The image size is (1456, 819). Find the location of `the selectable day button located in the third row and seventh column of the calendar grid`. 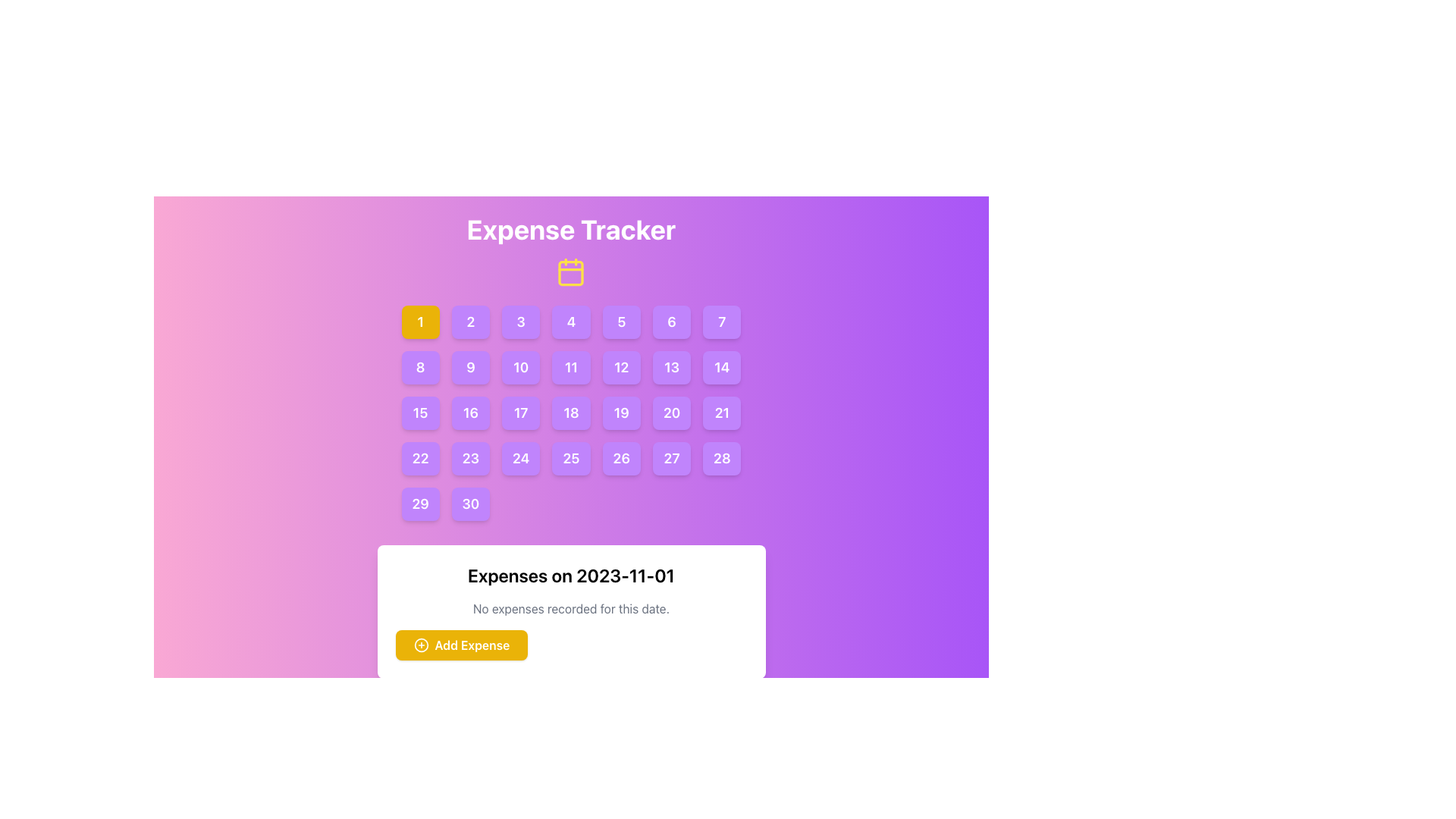

the selectable day button located in the third row and seventh column of the calendar grid is located at coordinates (721, 413).